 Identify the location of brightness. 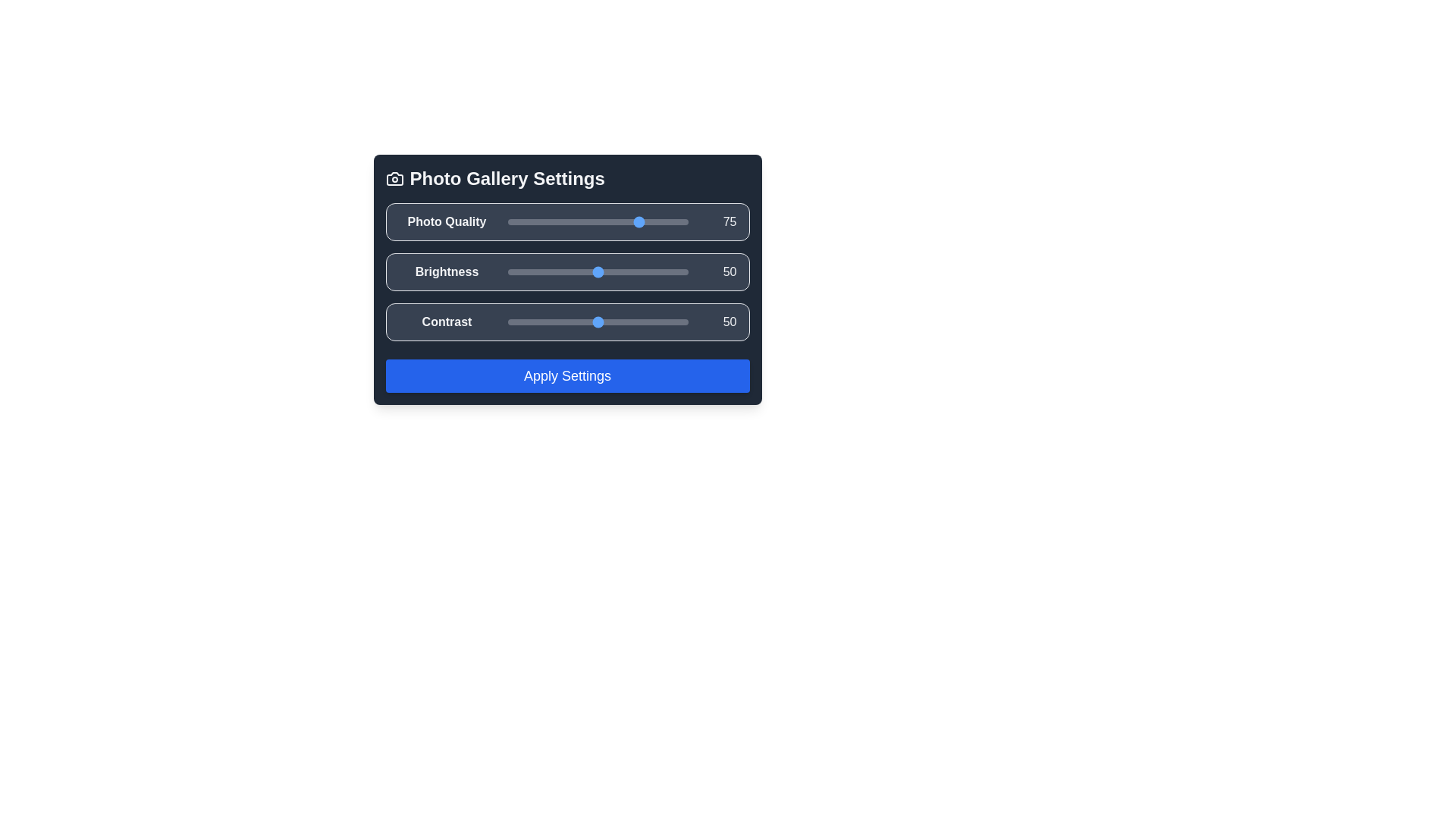
(623, 271).